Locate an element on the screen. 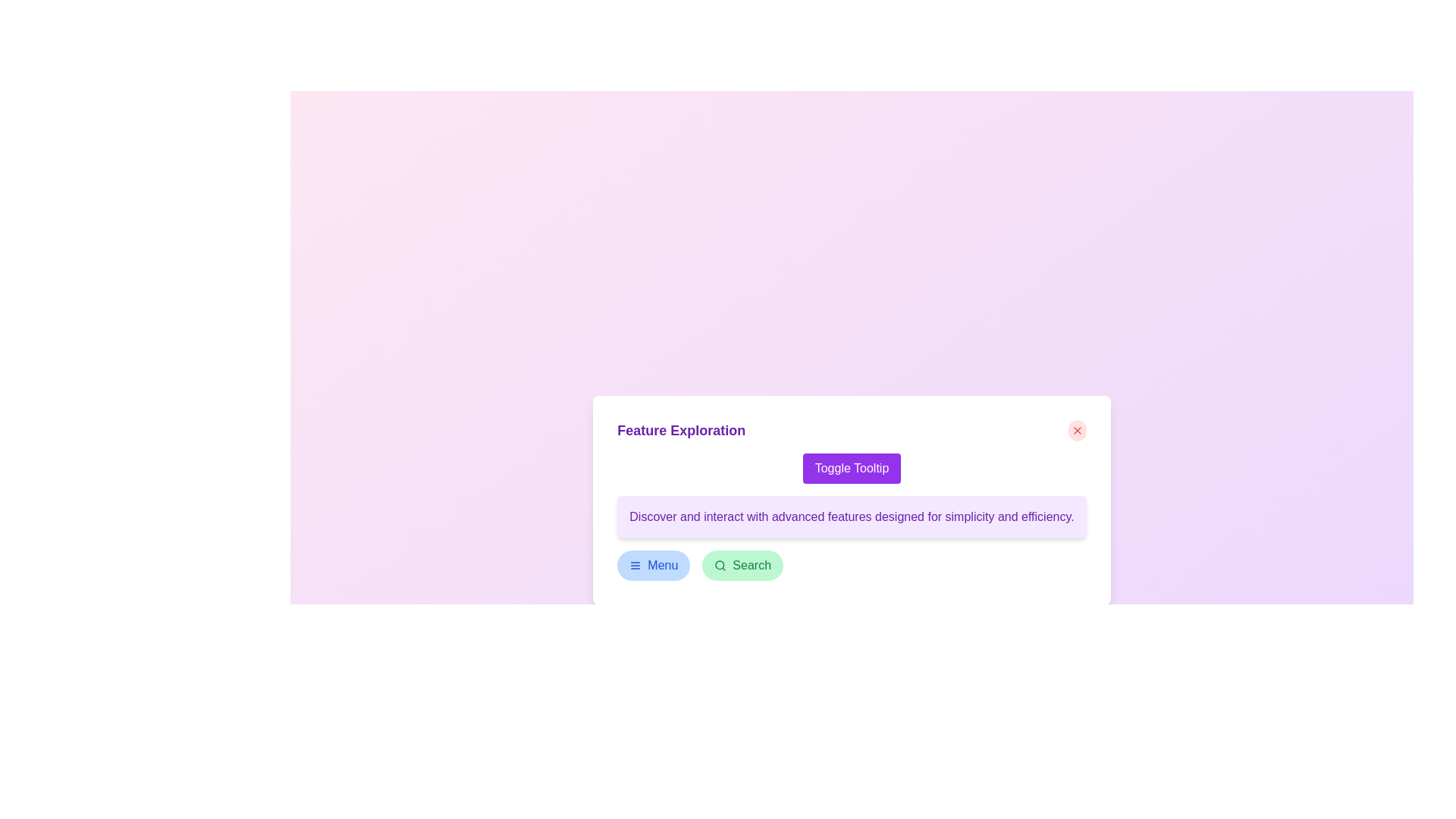  the search icon located within the rounded green button labeled 'Search' in the bottom-right section of the modal is located at coordinates (720, 565).